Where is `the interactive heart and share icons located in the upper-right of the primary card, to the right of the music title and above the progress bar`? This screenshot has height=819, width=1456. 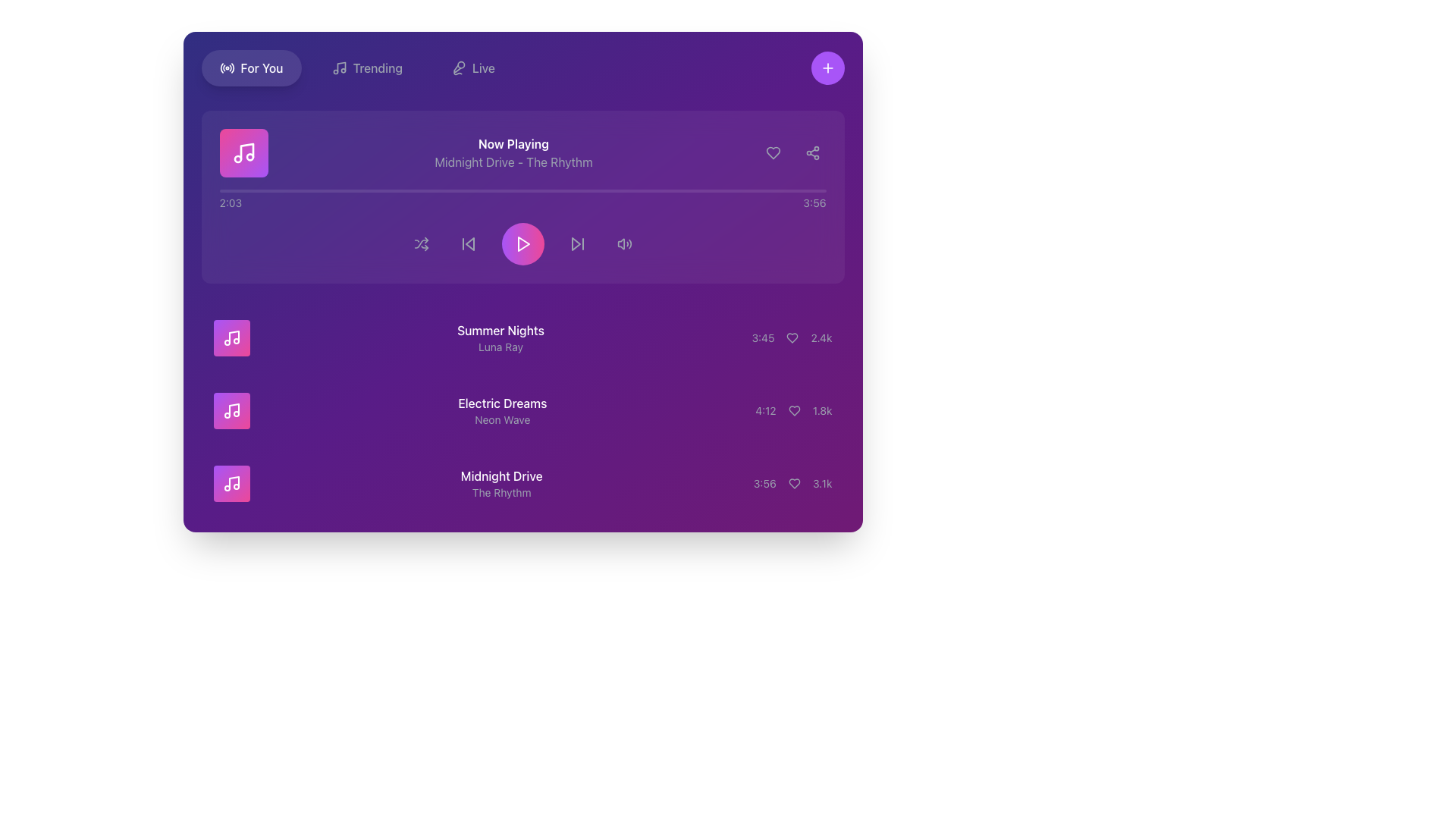 the interactive heart and share icons located in the upper-right of the primary card, to the right of the music title and above the progress bar is located at coordinates (792, 152).